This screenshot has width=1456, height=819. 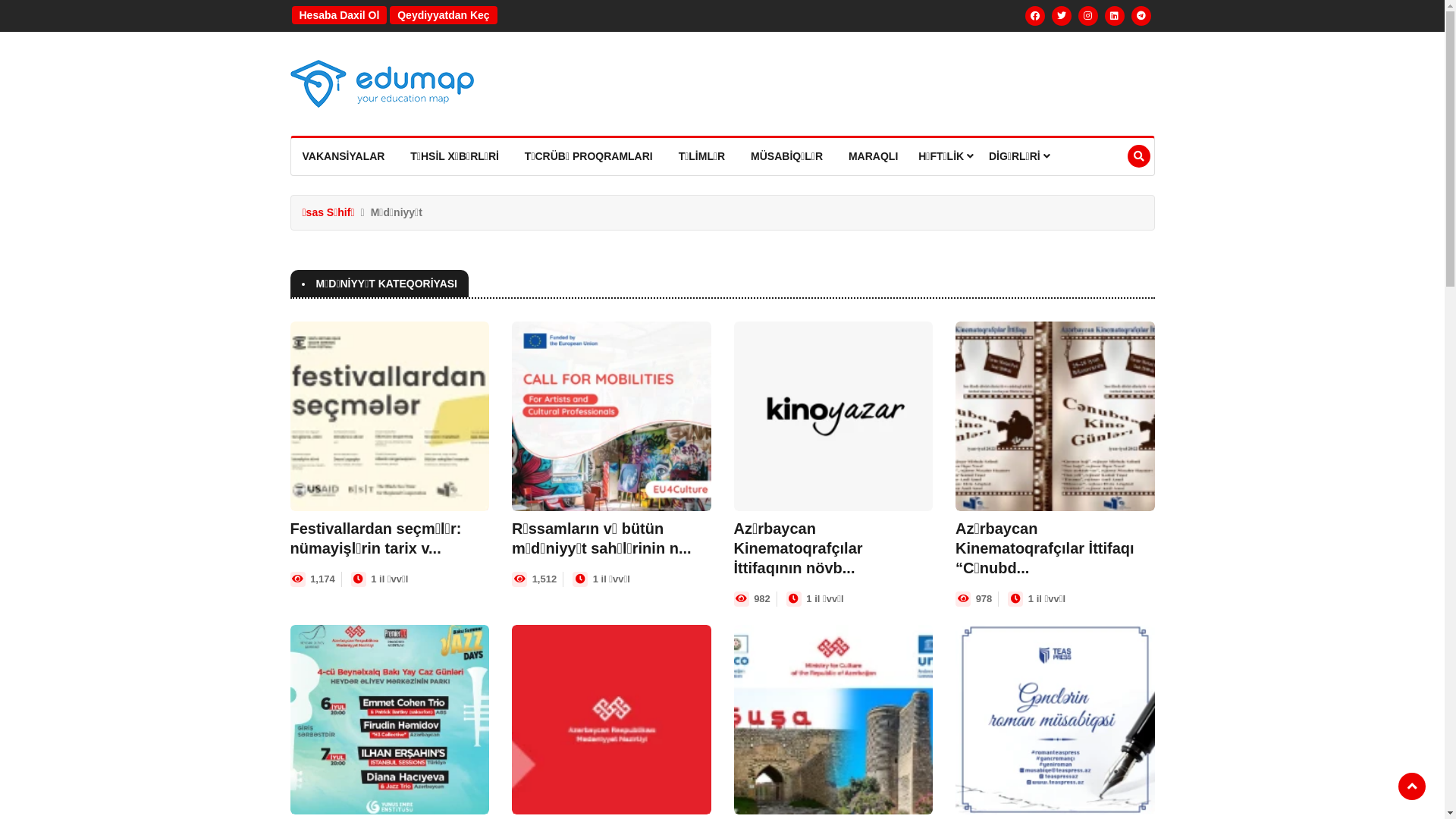 What do you see at coordinates (873, 156) in the screenshot?
I see `'MARAQLI'` at bounding box center [873, 156].